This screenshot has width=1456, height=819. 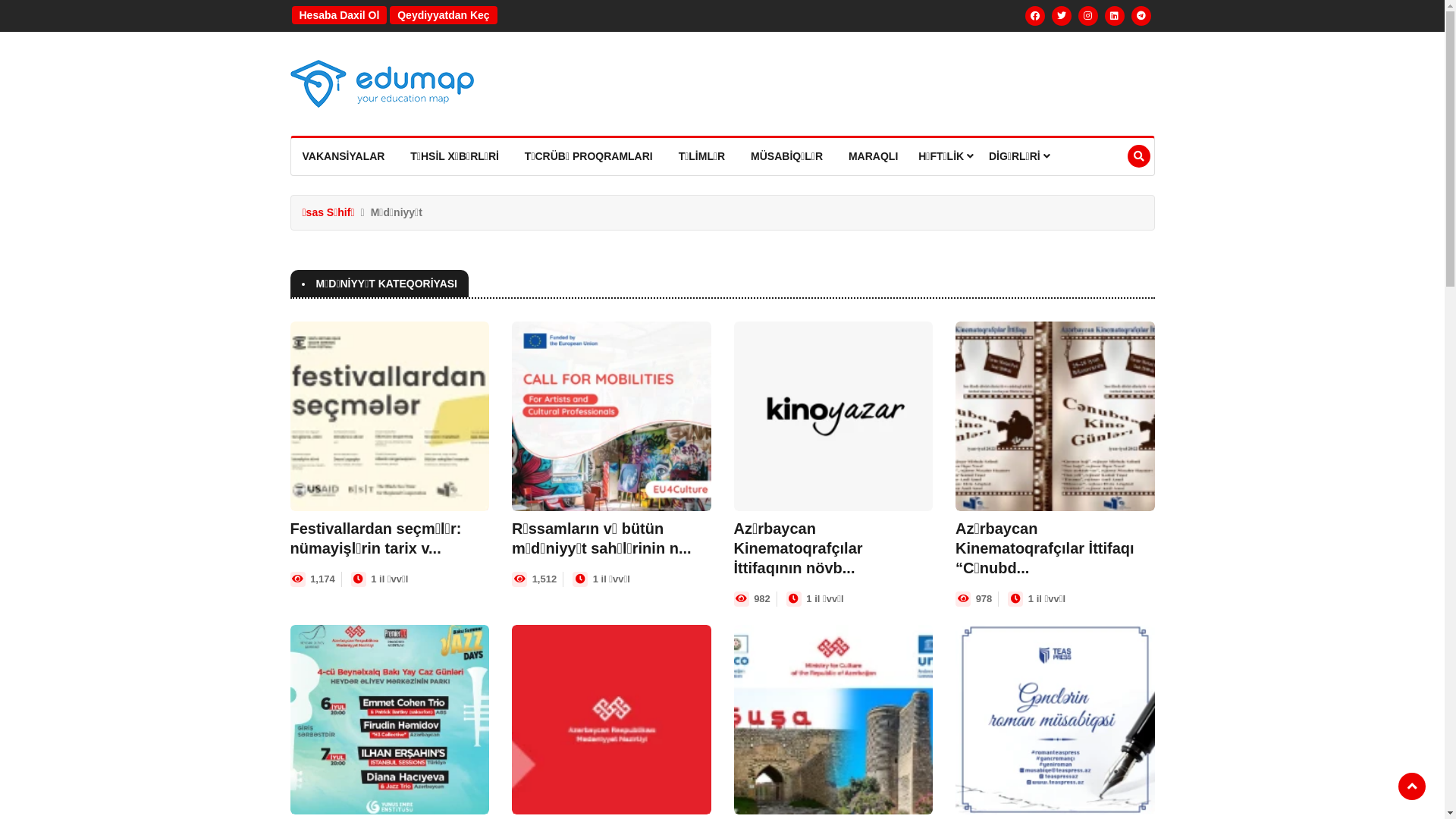 What do you see at coordinates (873, 156) in the screenshot?
I see `'MARAQLI'` at bounding box center [873, 156].